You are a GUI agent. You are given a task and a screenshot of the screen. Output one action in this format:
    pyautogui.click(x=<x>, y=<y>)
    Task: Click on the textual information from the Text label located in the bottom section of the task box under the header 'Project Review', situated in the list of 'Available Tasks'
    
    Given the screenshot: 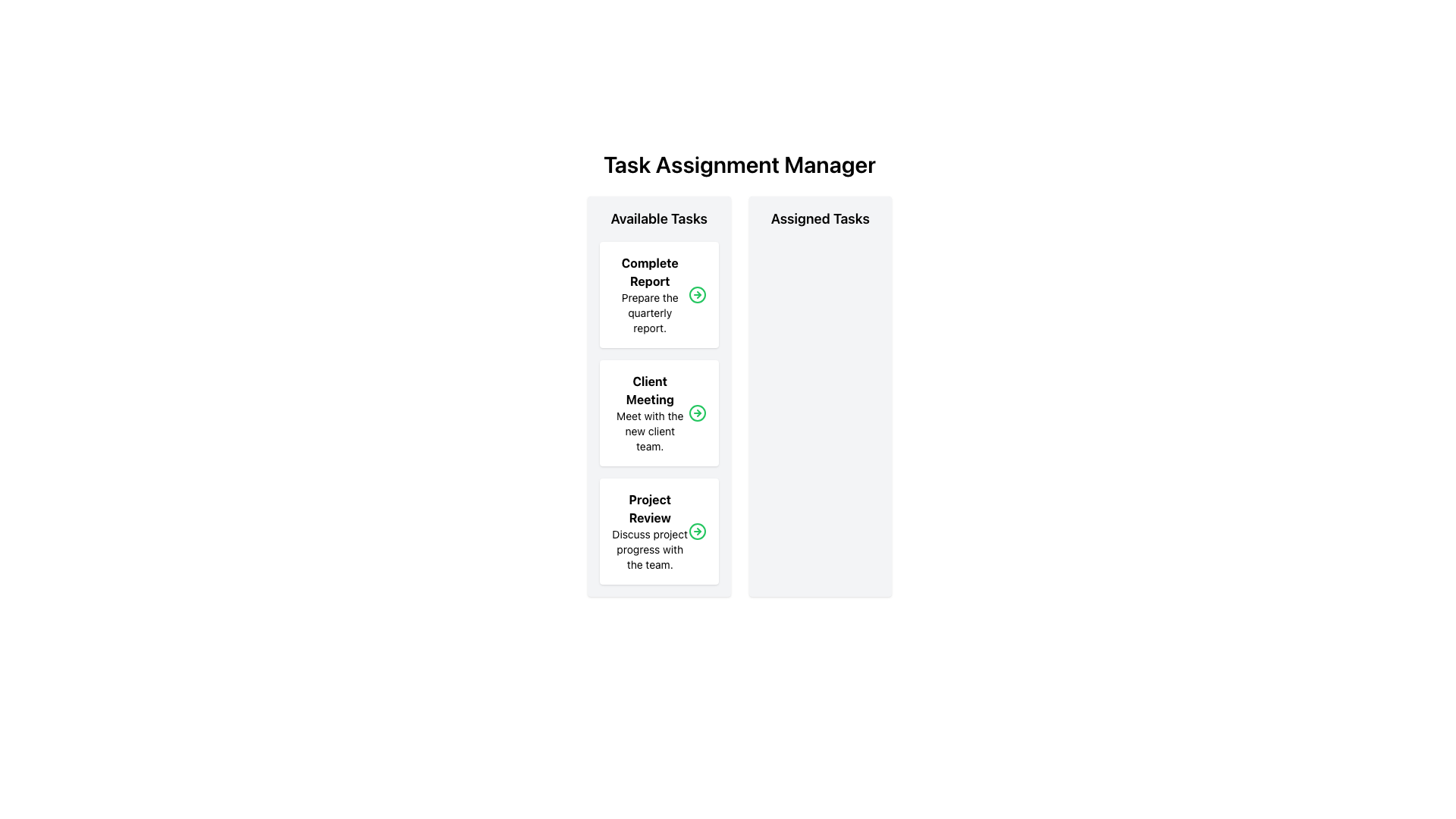 What is the action you would take?
    pyautogui.click(x=650, y=550)
    